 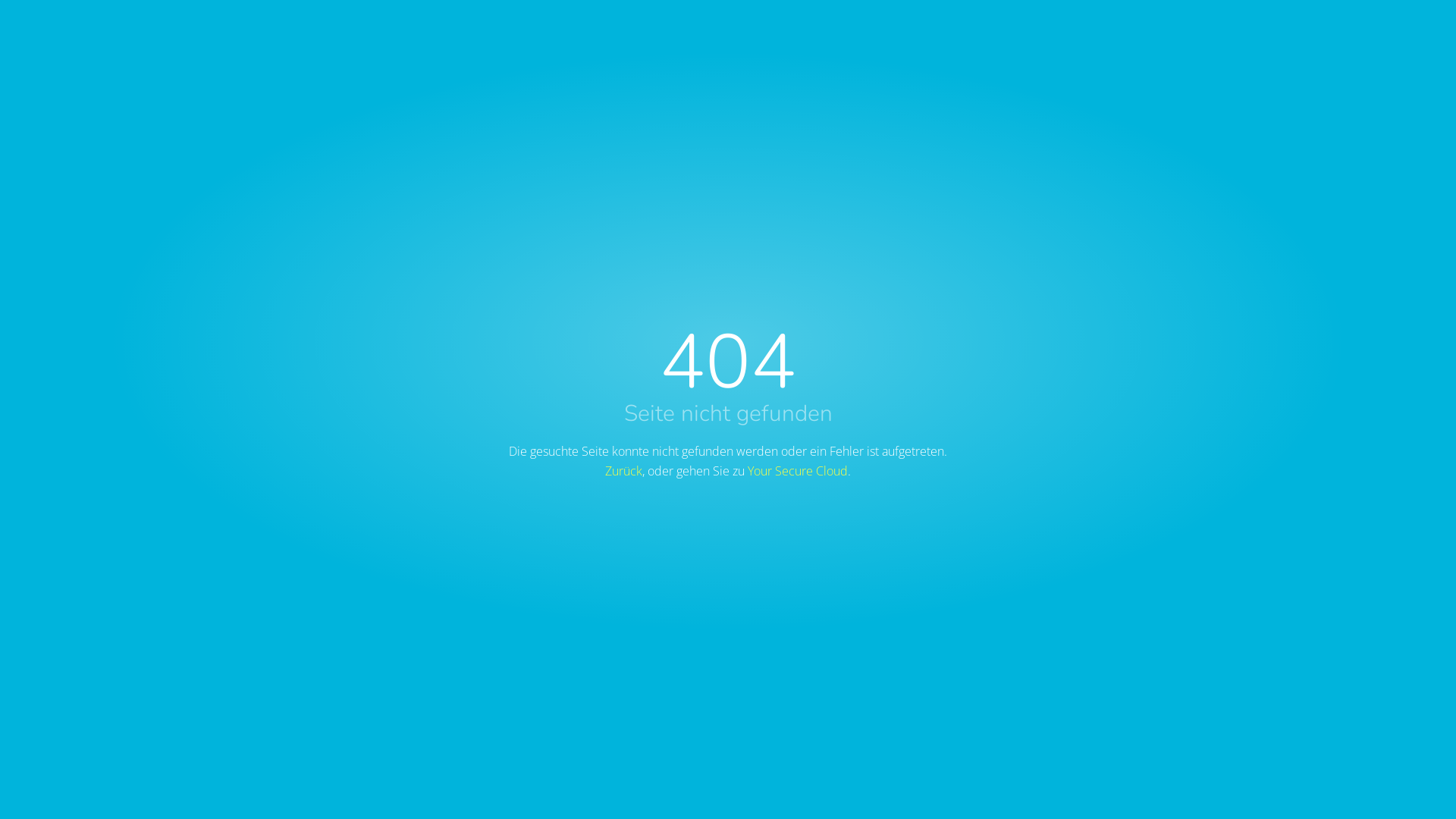 I want to click on 'Your Secure Cloud', so click(x=796, y=470).